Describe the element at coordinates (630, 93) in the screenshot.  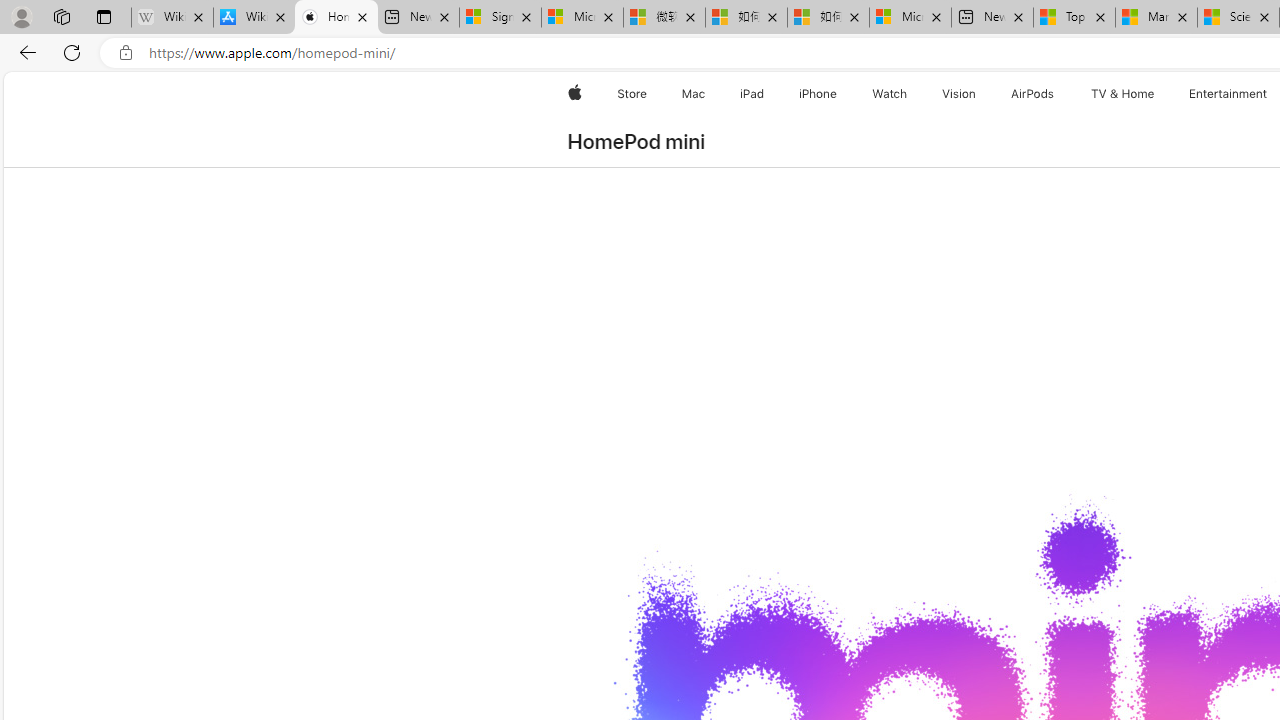
I see `'Store'` at that location.